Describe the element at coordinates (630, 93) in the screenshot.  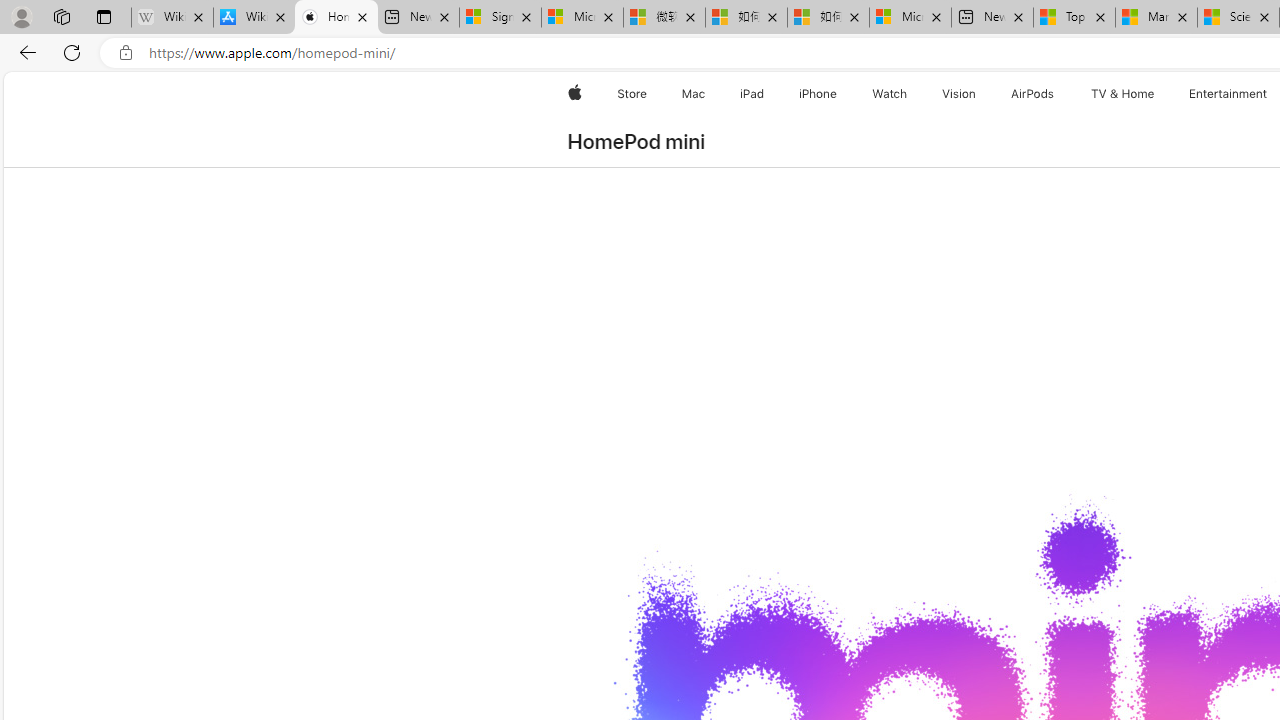
I see `'Store'` at that location.